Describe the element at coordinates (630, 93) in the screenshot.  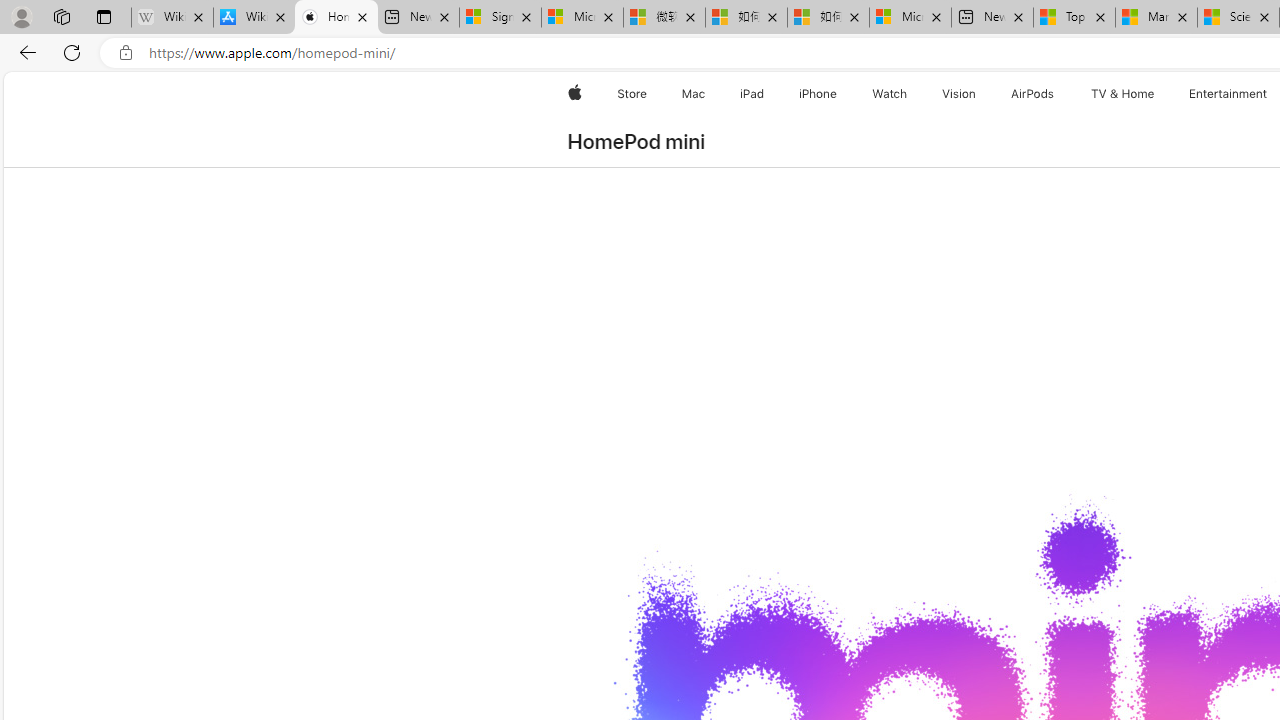
I see `'Store'` at that location.